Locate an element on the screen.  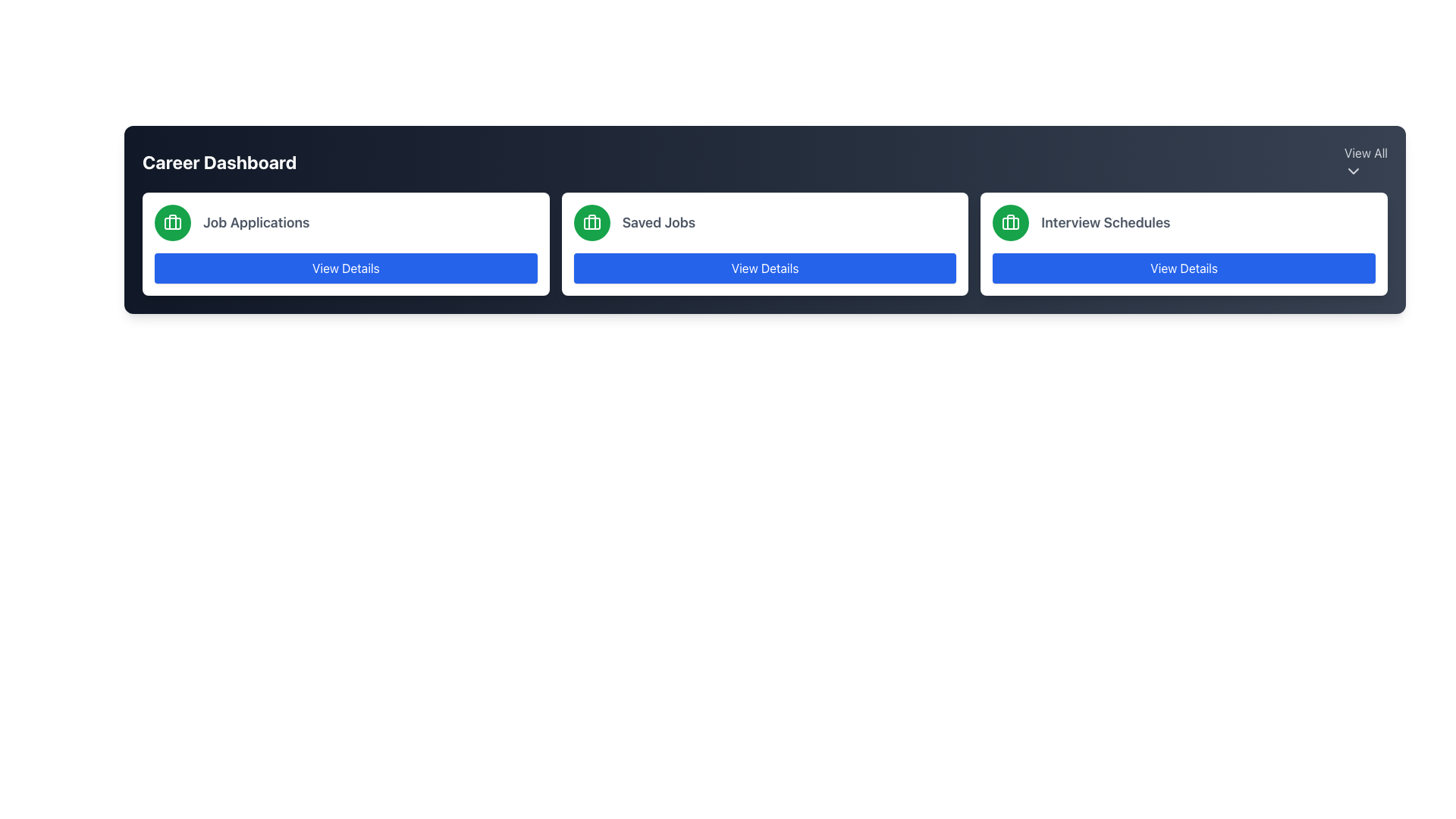
the button located at the bottom of the 'Saved Jobs' section is located at coordinates (764, 268).